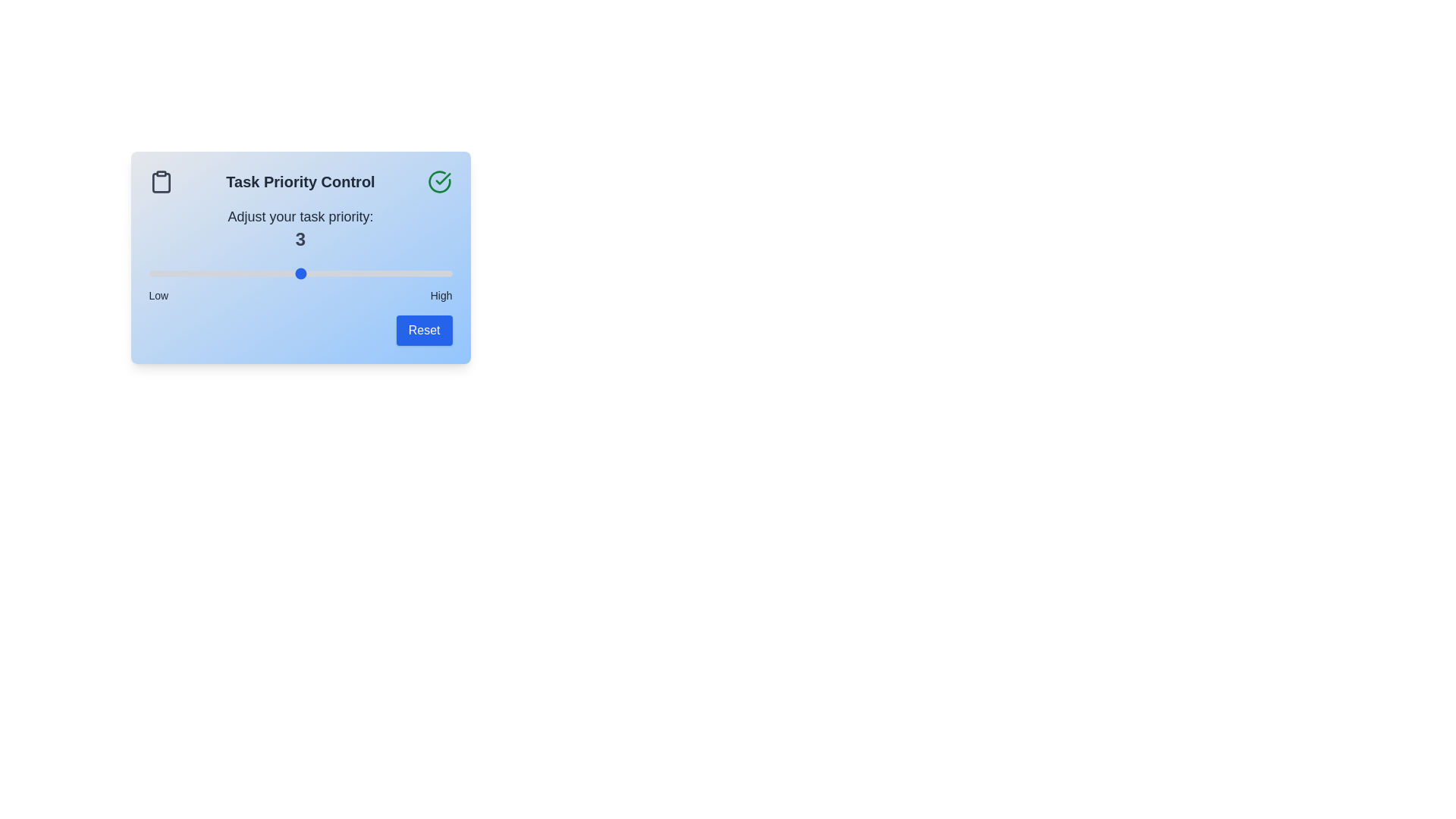 This screenshot has width=1456, height=819. I want to click on the priority slider to 2 within the range of 1 to 5, so click(224, 274).